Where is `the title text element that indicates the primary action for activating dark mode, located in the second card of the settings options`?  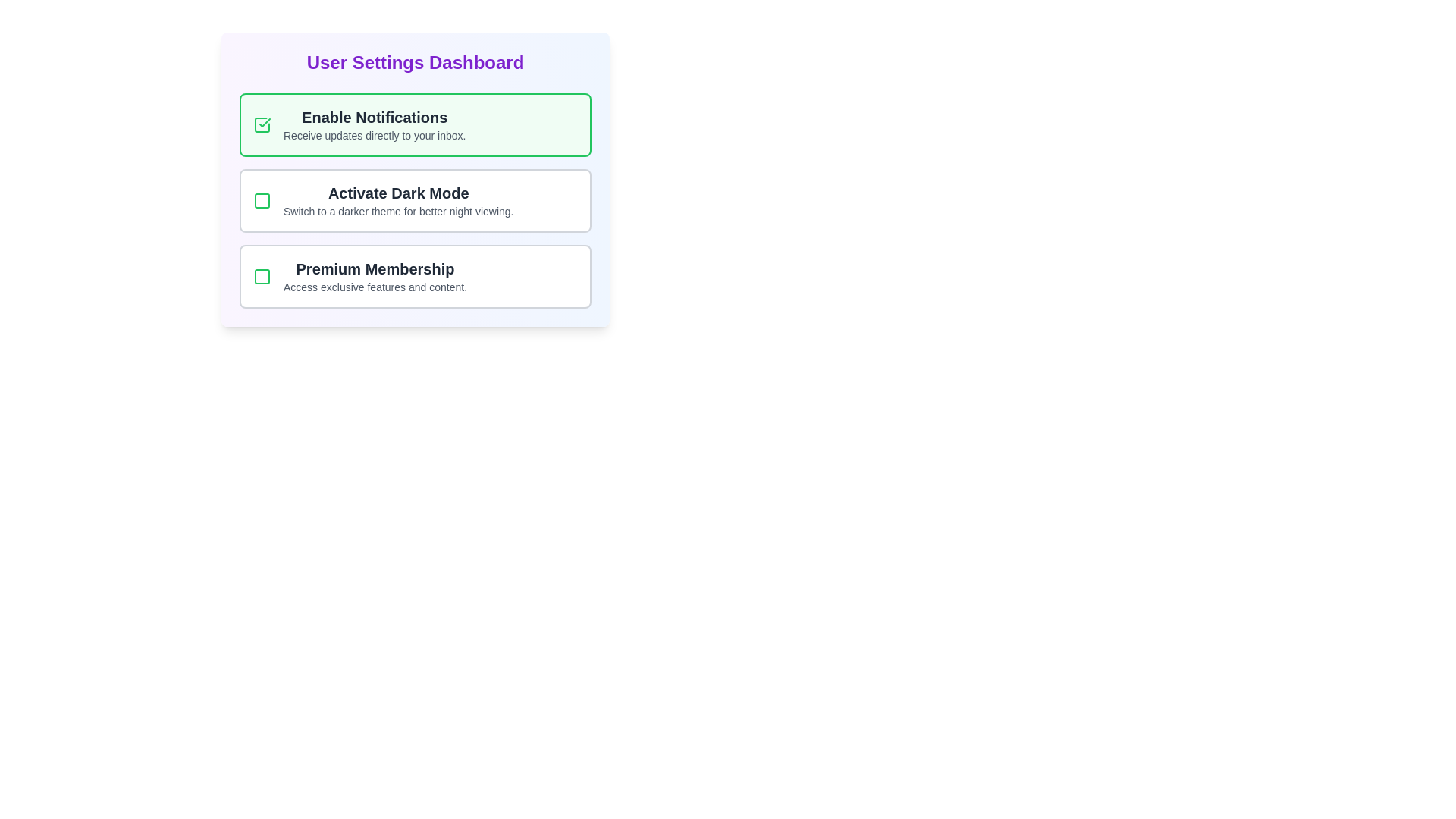 the title text element that indicates the primary action for activating dark mode, located in the second card of the settings options is located at coordinates (398, 192).